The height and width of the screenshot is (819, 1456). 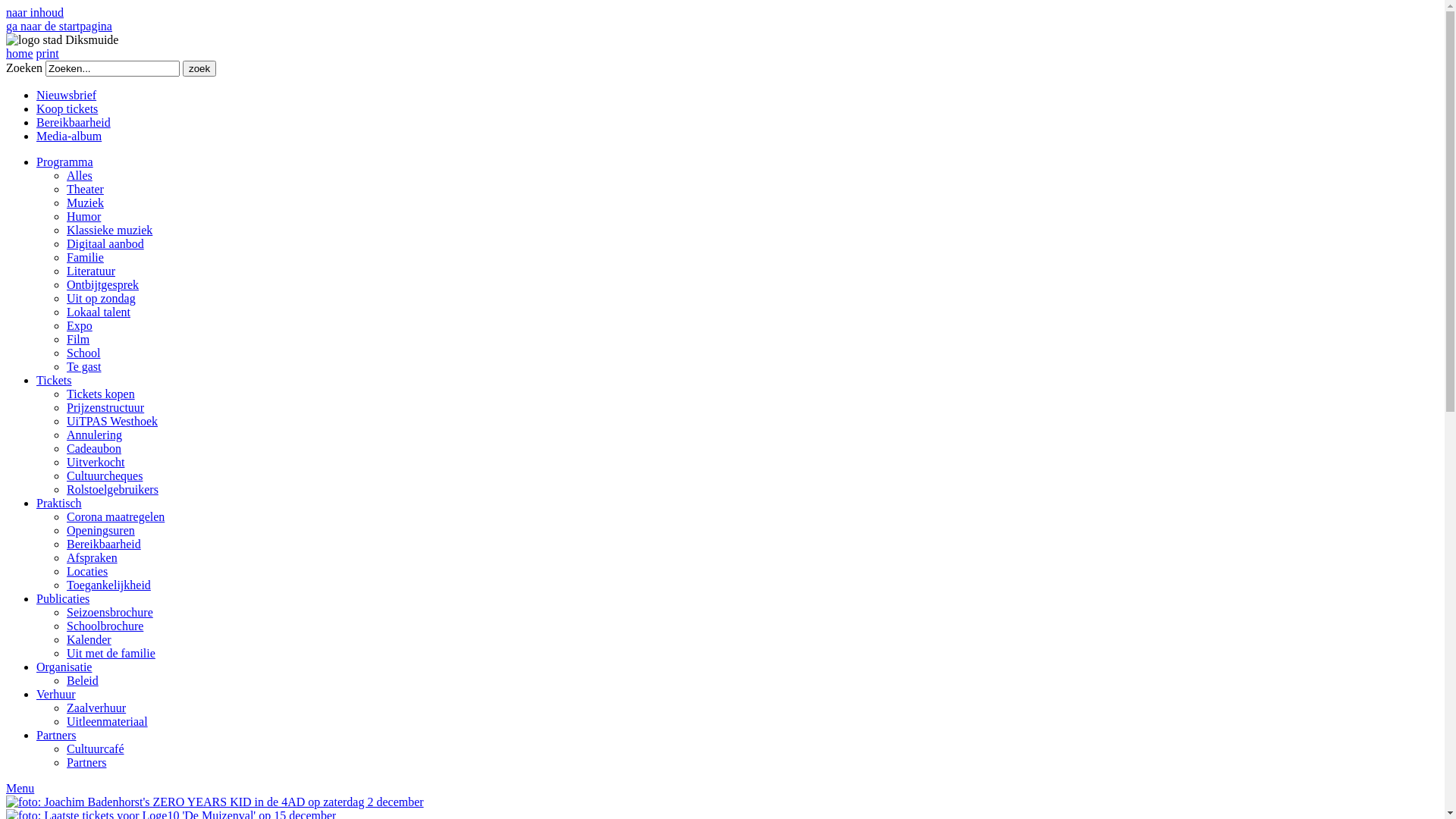 What do you see at coordinates (105, 406) in the screenshot?
I see `'Prijzenstructuur'` at bounding box center [105, 406].